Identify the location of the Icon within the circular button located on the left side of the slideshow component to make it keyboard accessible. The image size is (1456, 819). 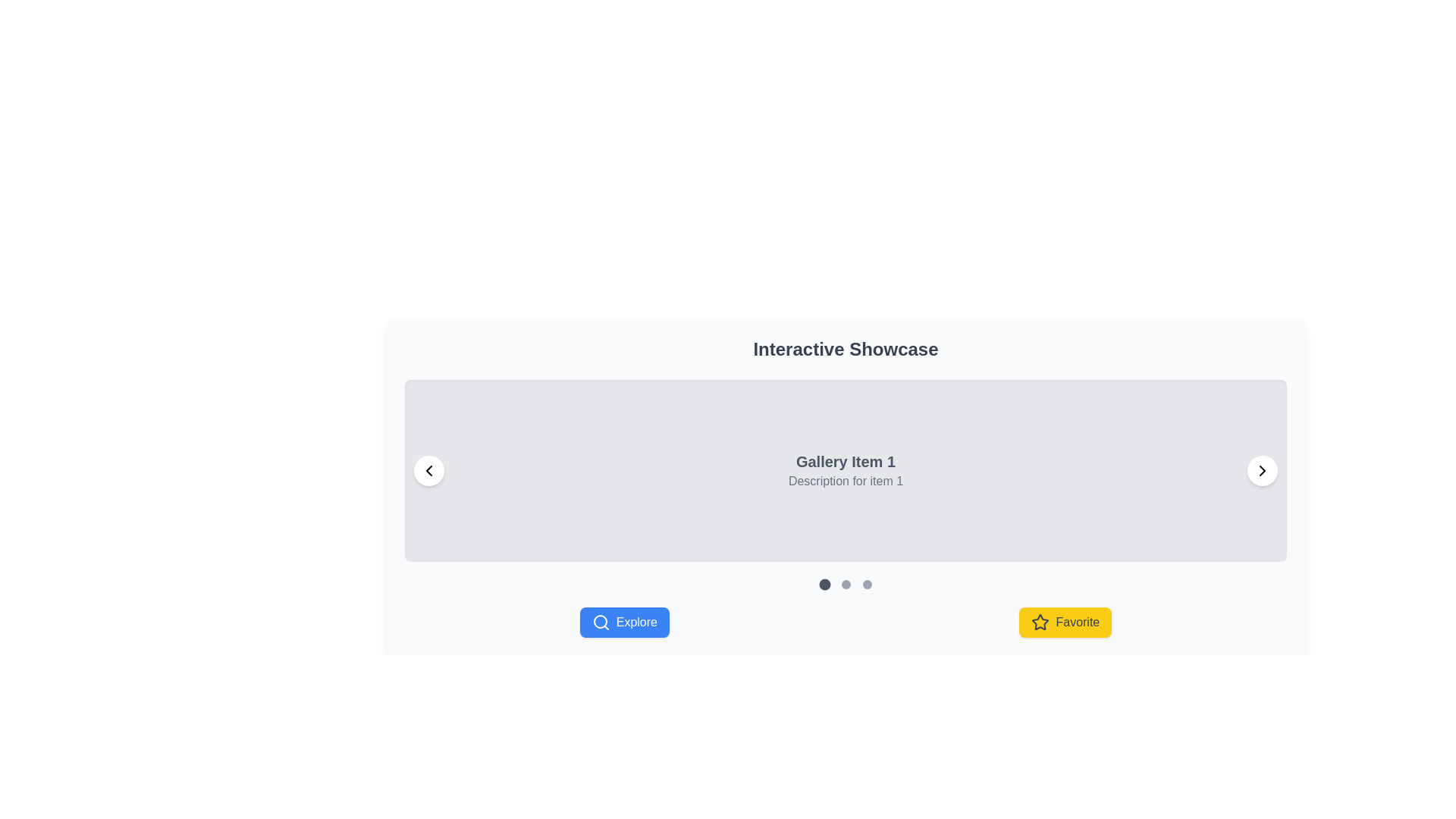
(428, 470).